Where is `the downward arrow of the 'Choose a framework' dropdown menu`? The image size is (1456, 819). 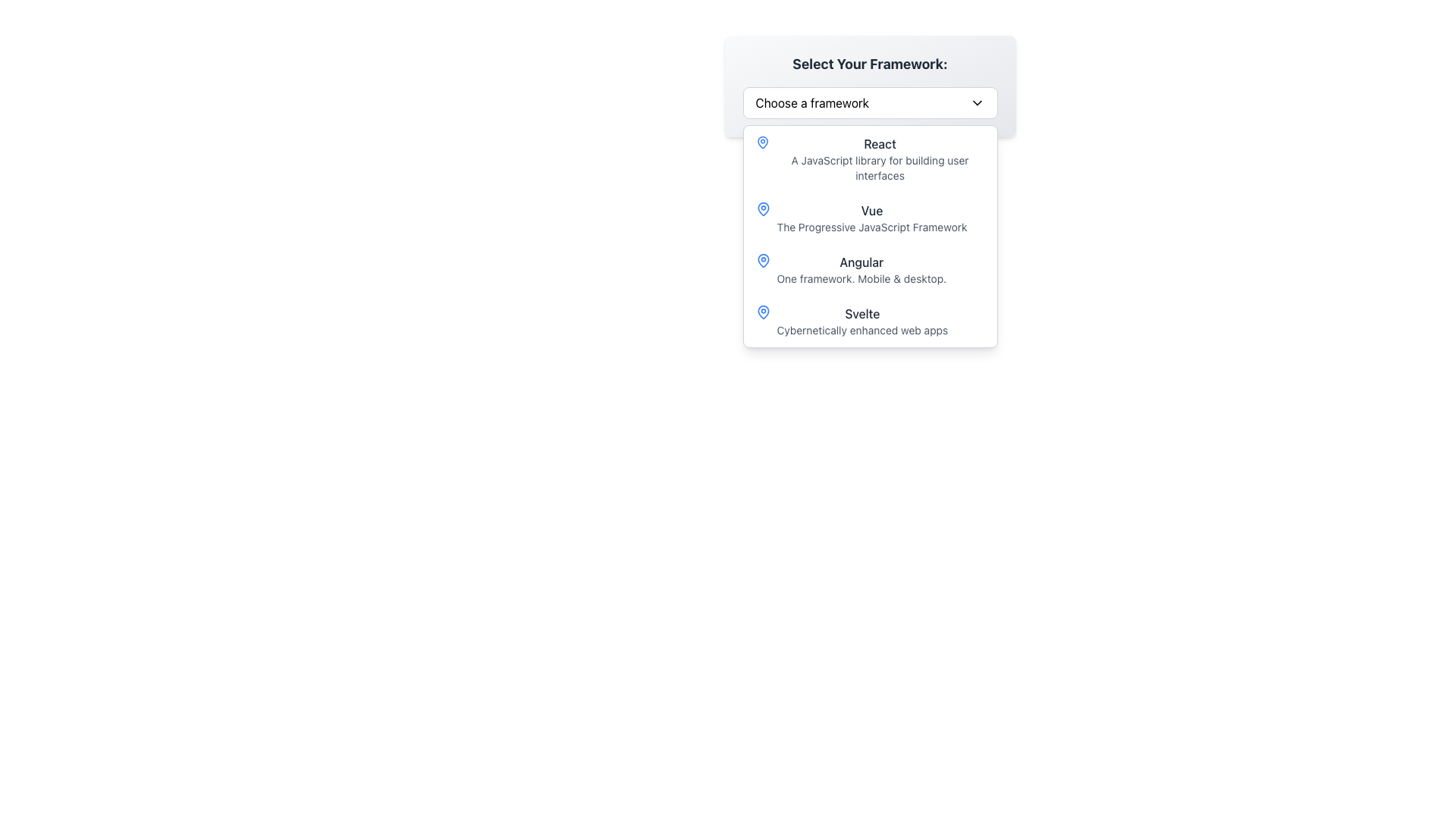
the downward arrow of the 'Choose a framework' dropdown menu is located at coordinates (870, 102).